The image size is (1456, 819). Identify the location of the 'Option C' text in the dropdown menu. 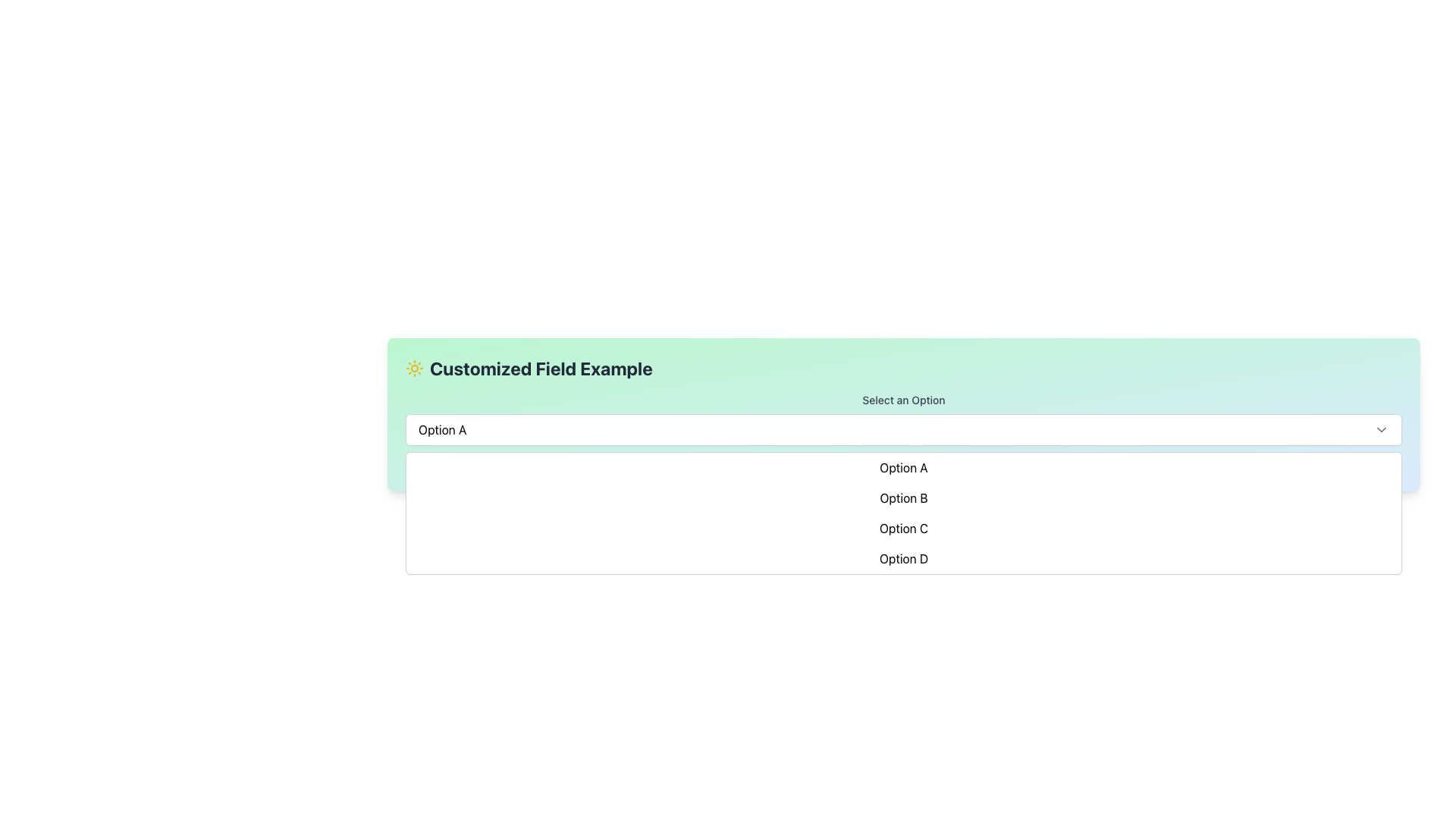
(903, 528).